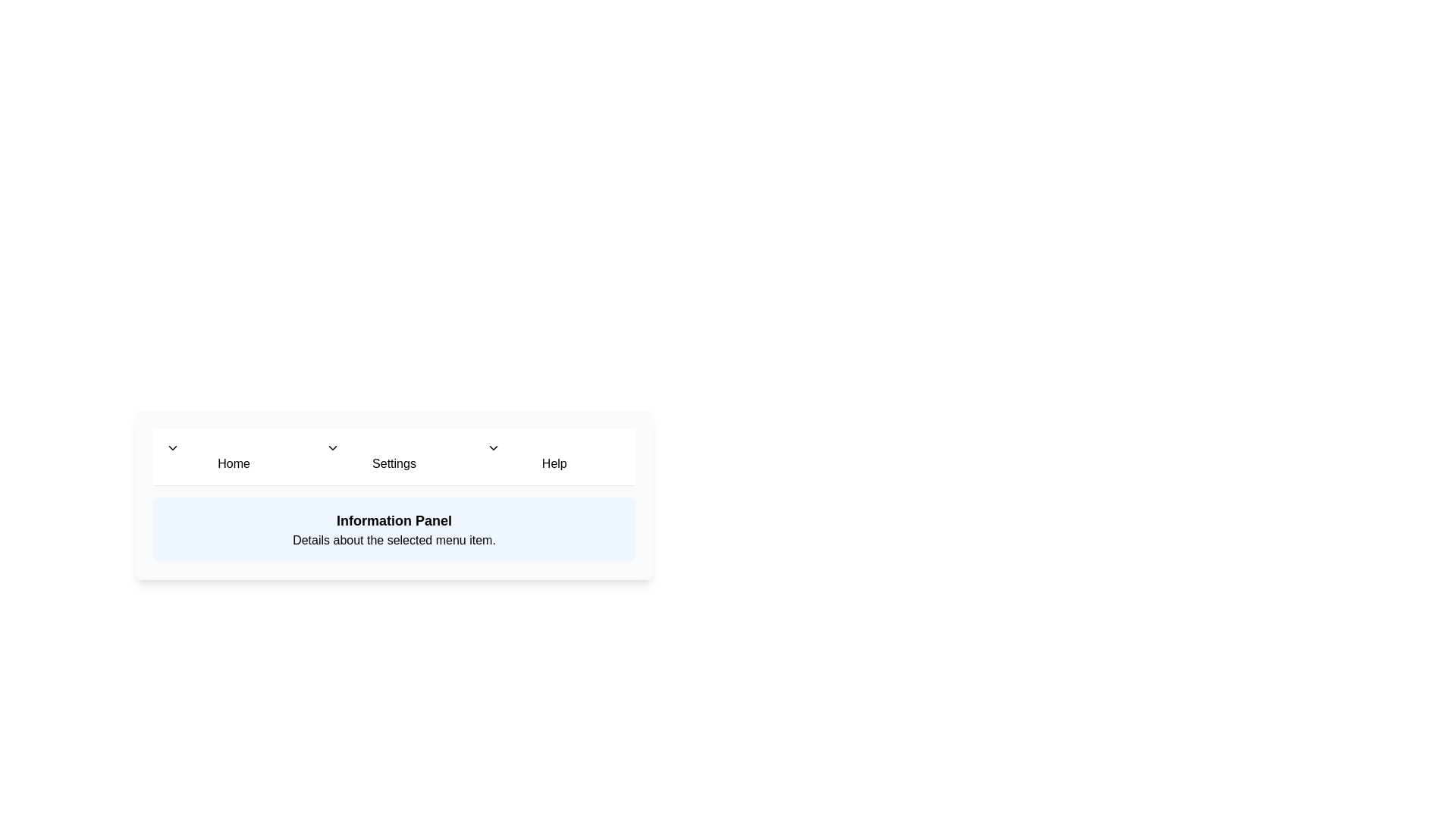 The width and height of the screenshot is (1456, 819). What do you see at coordinates (394, 456) in the screenshot?
I see `the menu item Settings to preview its effect` at bounding box center [394, 456].